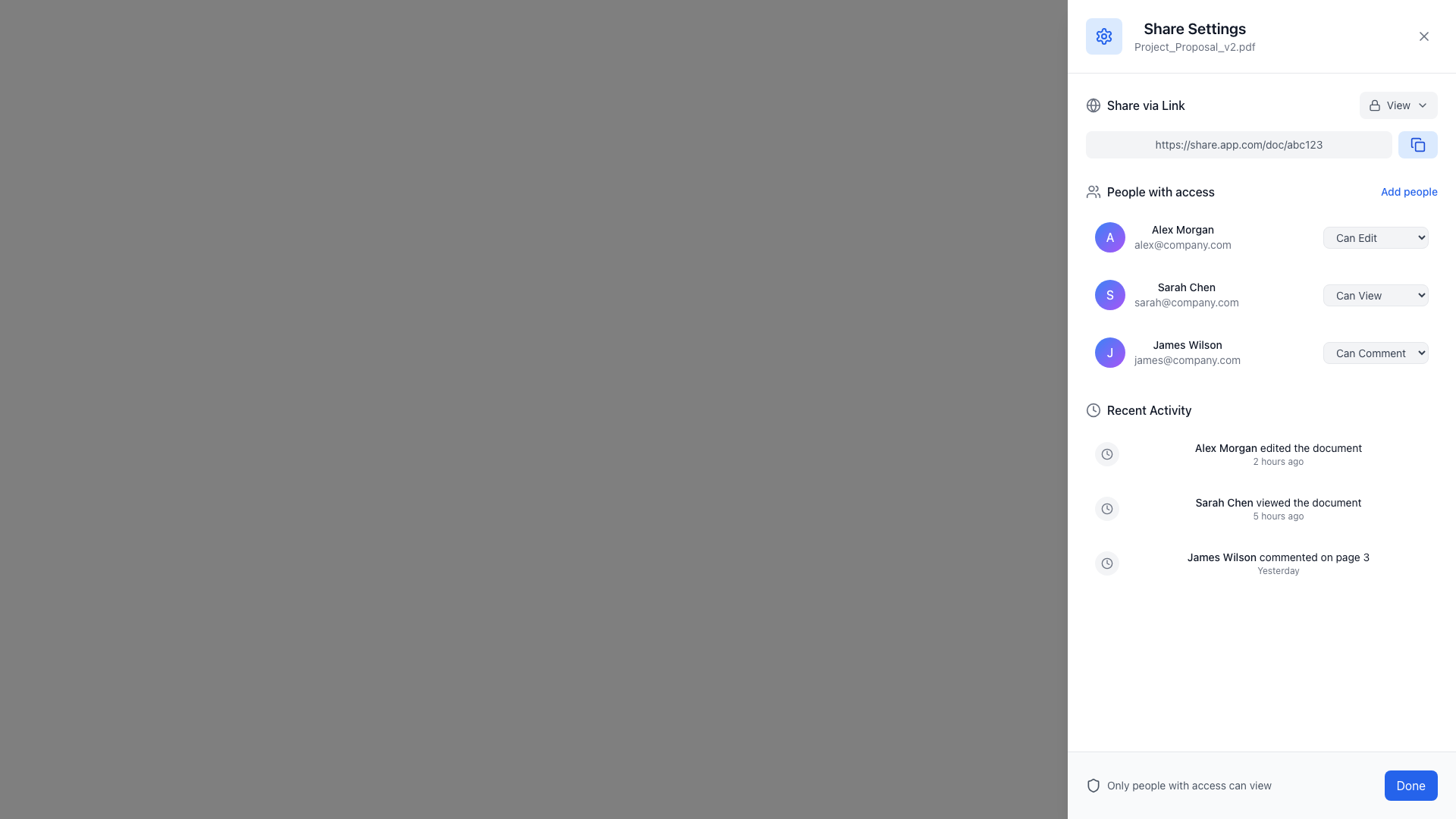 This screenshot has height=819, width=1456. I want to click on the Profile badge featuring a circular gradient background with a bold 'J', so click(1110, 353).